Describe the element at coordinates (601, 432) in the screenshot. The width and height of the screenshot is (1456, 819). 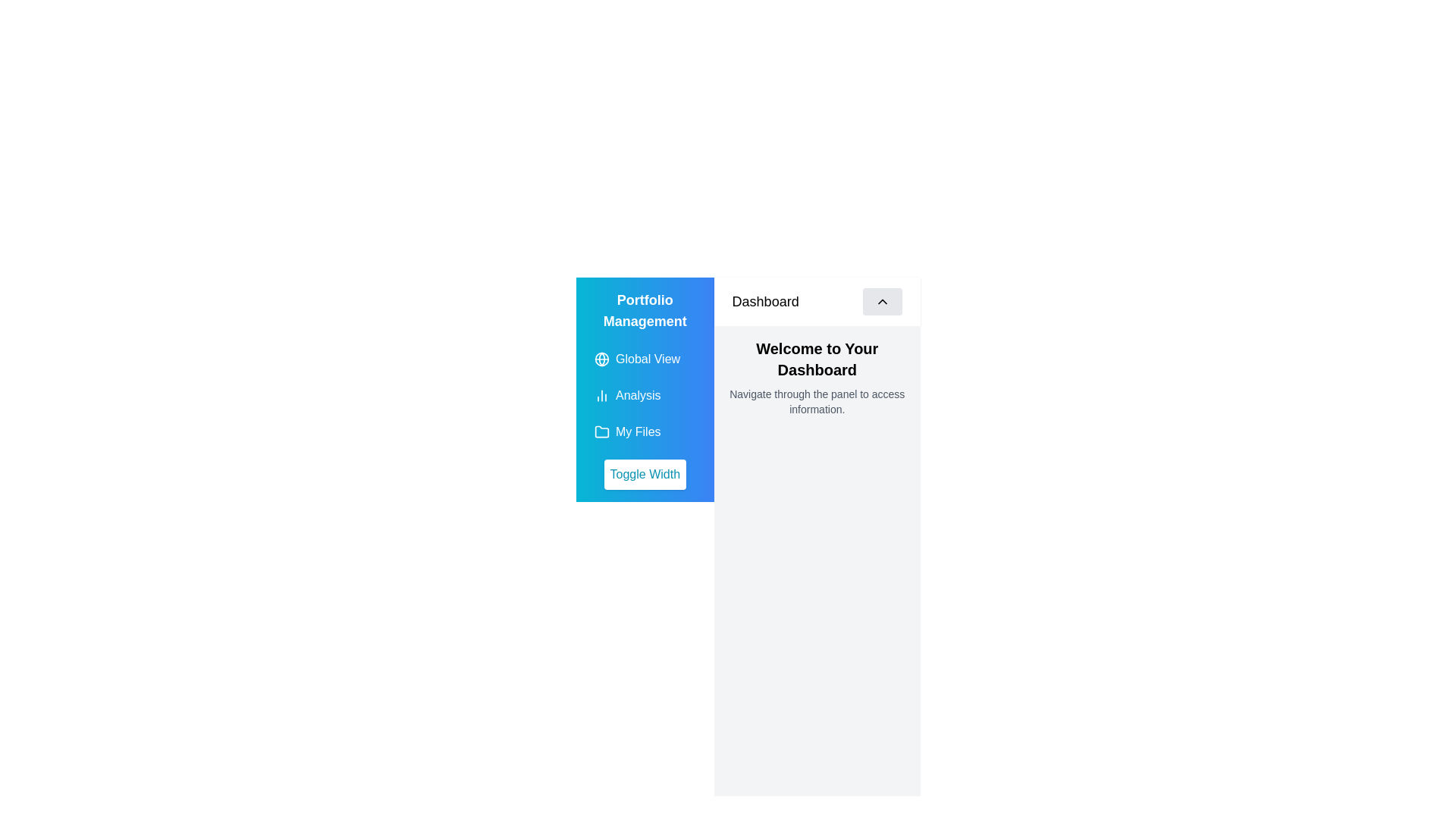
I see `the folder icon located in the sidebar, adjacent to the text 'My Files'` at that location.